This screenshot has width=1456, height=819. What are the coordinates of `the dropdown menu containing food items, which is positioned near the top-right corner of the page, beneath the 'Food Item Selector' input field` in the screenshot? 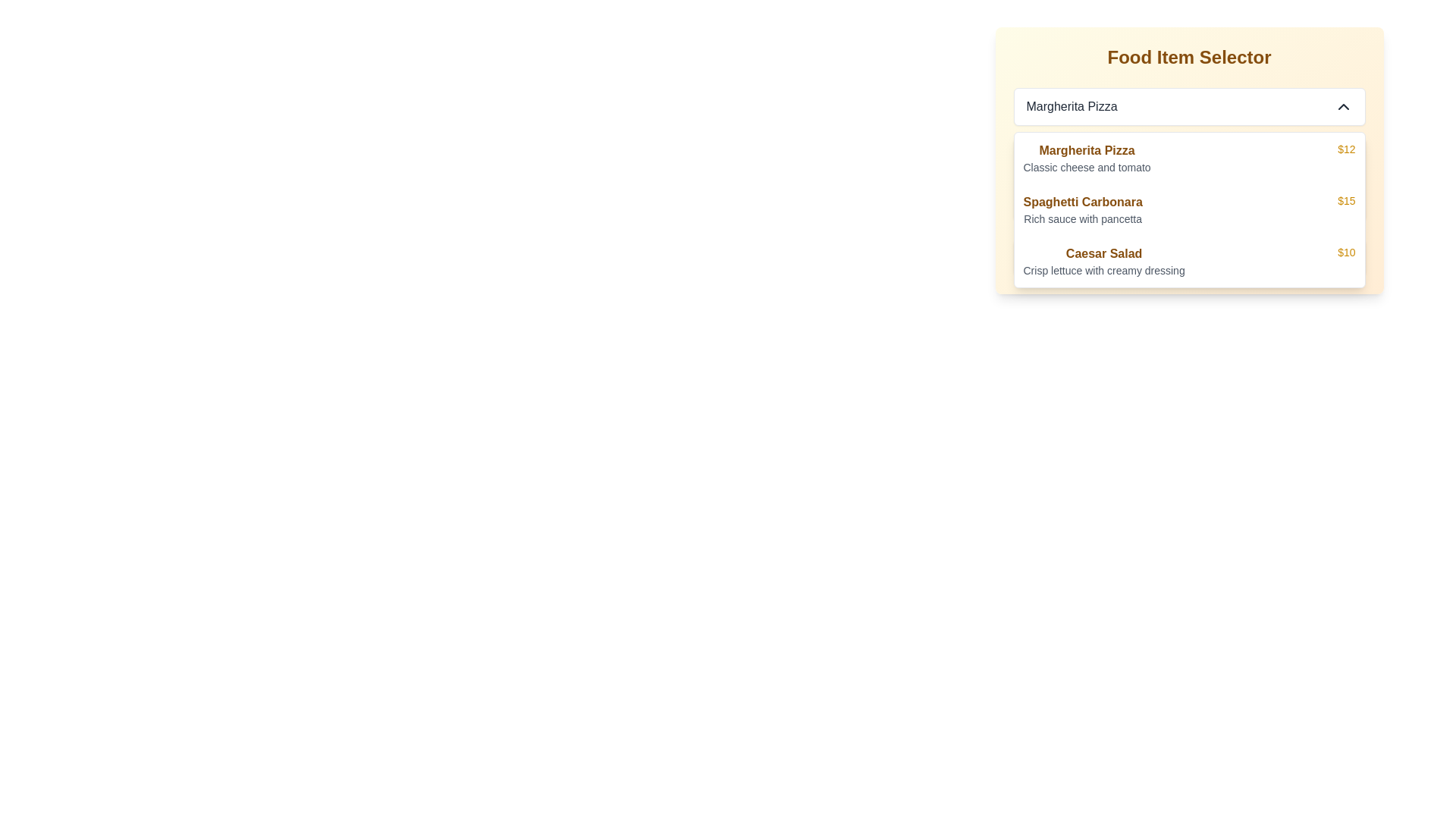 It's located at (1188, 210).